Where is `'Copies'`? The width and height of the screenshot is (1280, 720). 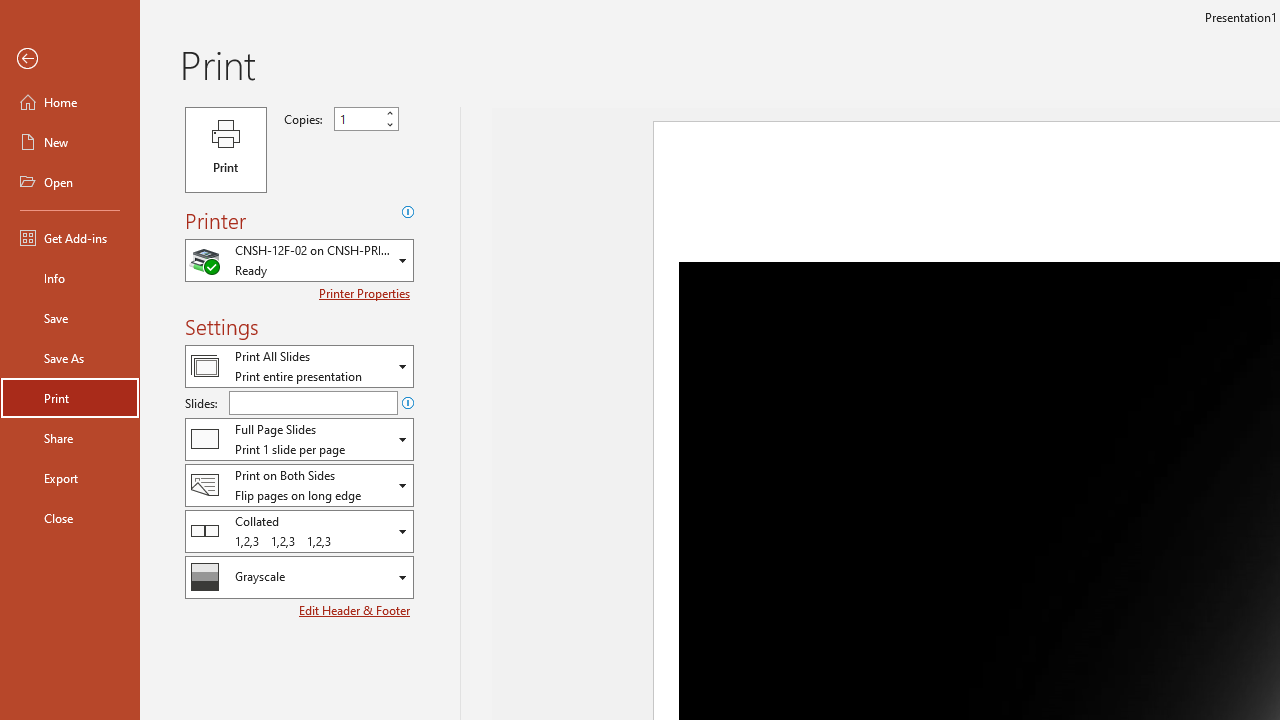
'Copies' is located at coordinates (358, 119).